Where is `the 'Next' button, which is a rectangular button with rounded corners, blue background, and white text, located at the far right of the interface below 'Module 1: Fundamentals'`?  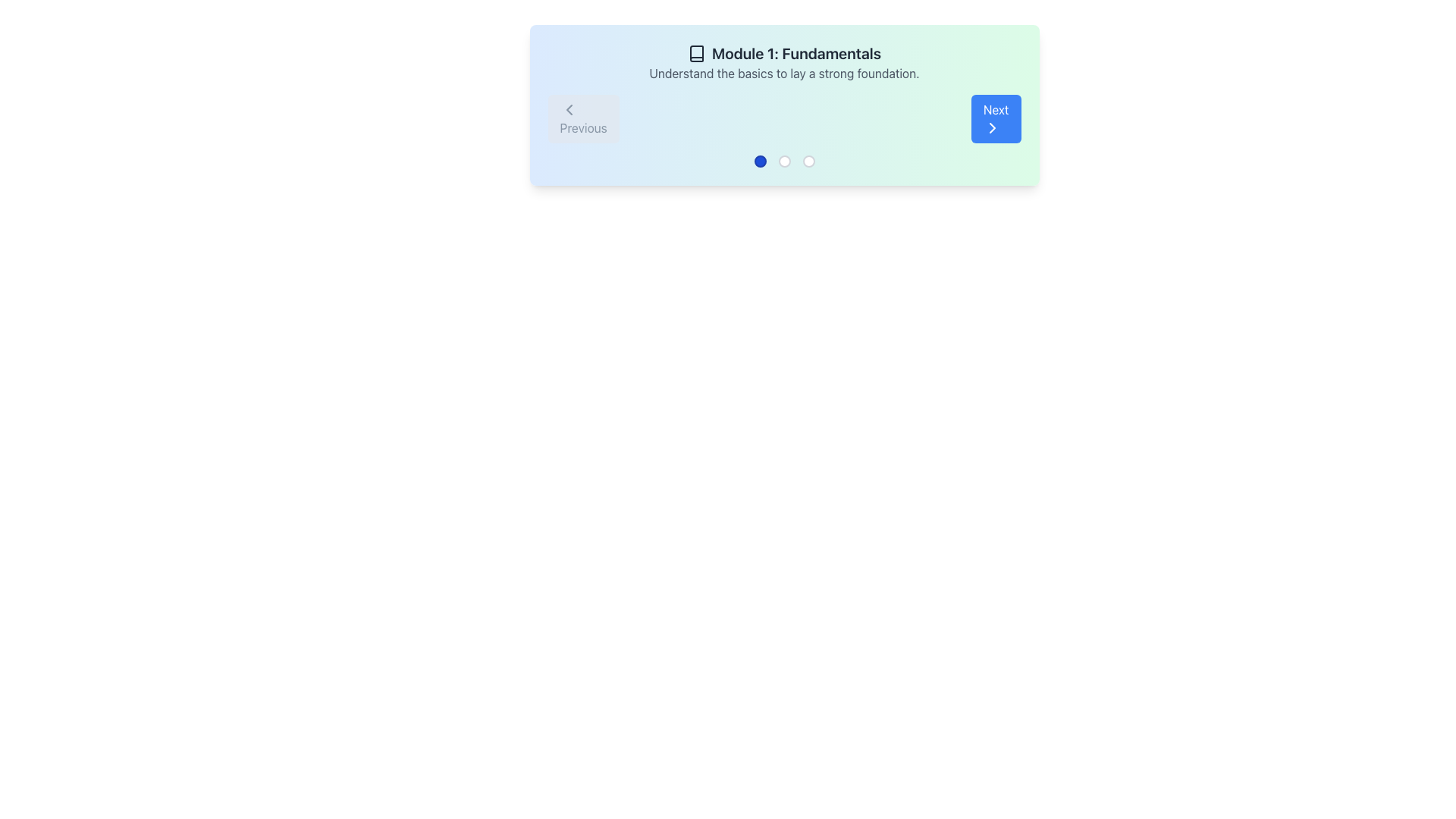
the 'Next' button, which is a rectangular button with rounded corners, blue background, and white text, located at the far right of the interface below 'Module 1: Fundamentals' is located at coordinates (996, 118).